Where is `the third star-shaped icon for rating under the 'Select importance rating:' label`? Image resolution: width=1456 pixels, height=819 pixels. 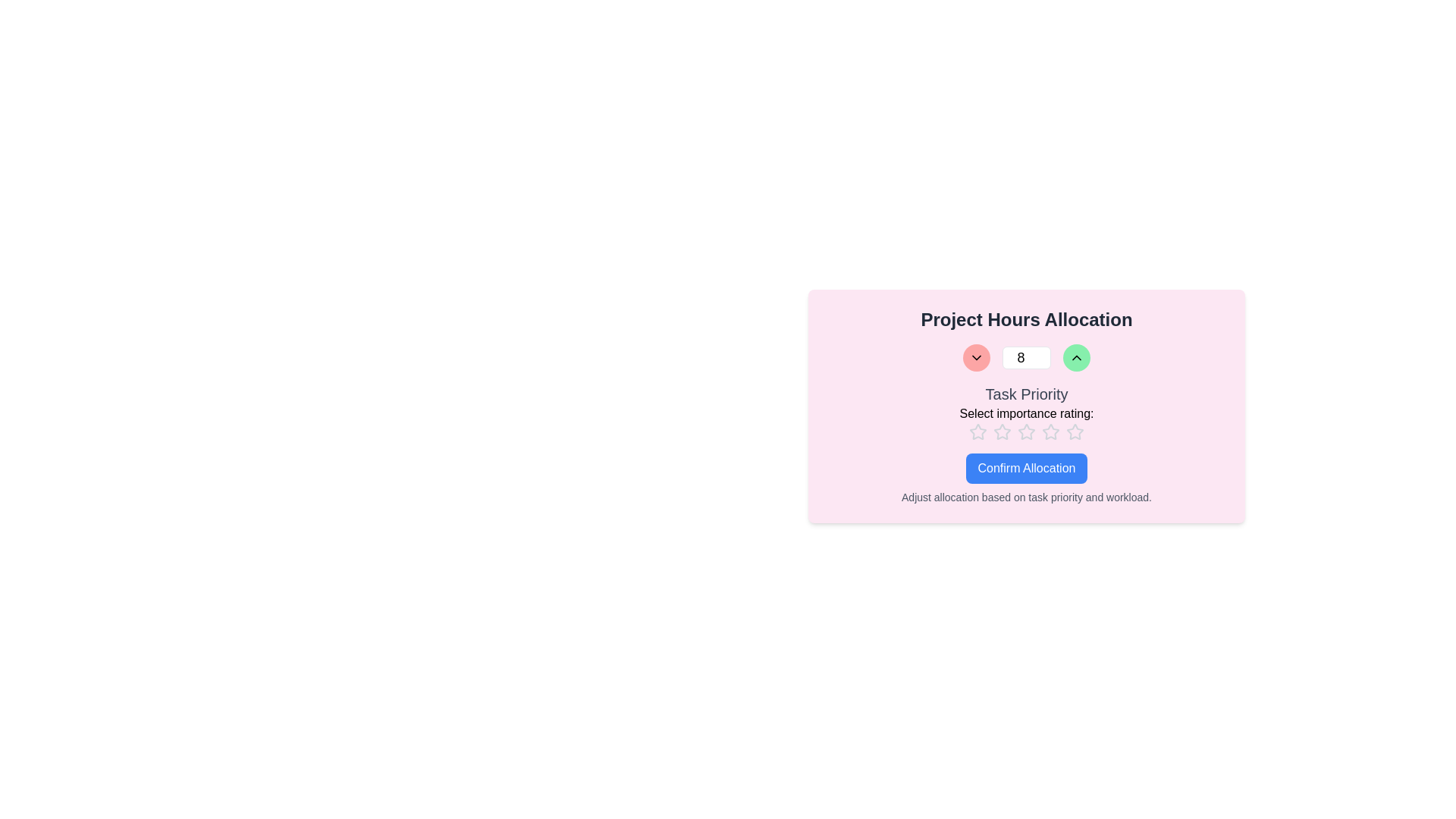 the third star-shaped icon for rating under the 'Select importance rating:' label is located at coordinates (1002, 432).